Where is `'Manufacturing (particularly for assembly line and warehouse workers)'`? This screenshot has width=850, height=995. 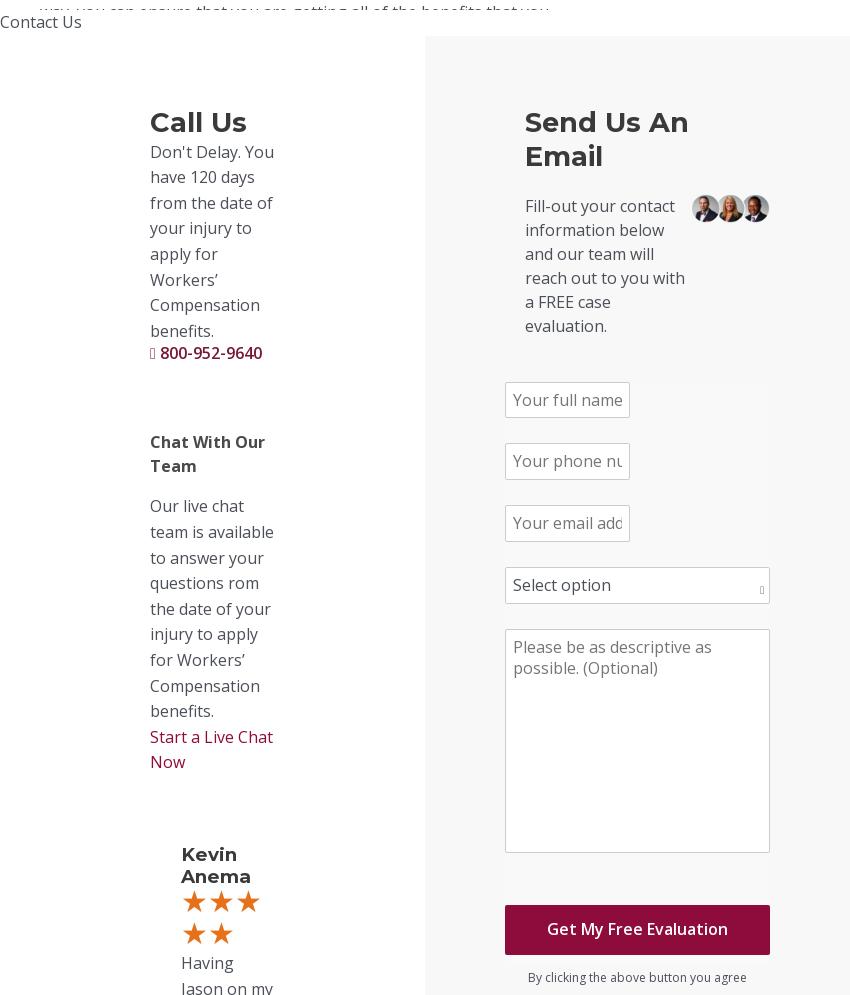
'Manufacturing (particularly for assembly line and warehouse workers)' is located at coordinates (317, 901).